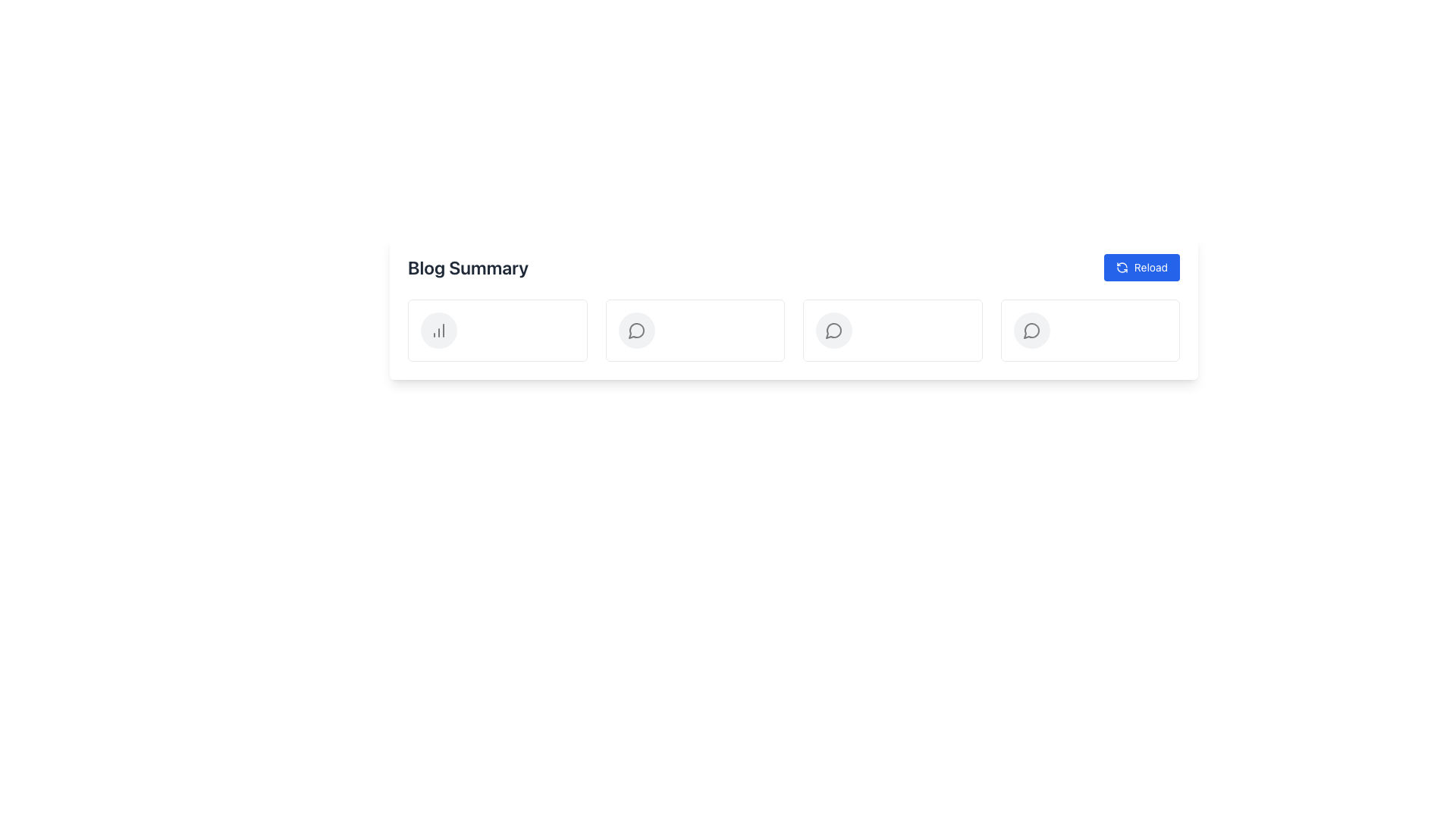  What do you see at coordinates (636, 329) in the screenshot?
I see `the circular speech bubble icon located in the second box below the 'Blog Summary' header` at bounding box center [636, 329].